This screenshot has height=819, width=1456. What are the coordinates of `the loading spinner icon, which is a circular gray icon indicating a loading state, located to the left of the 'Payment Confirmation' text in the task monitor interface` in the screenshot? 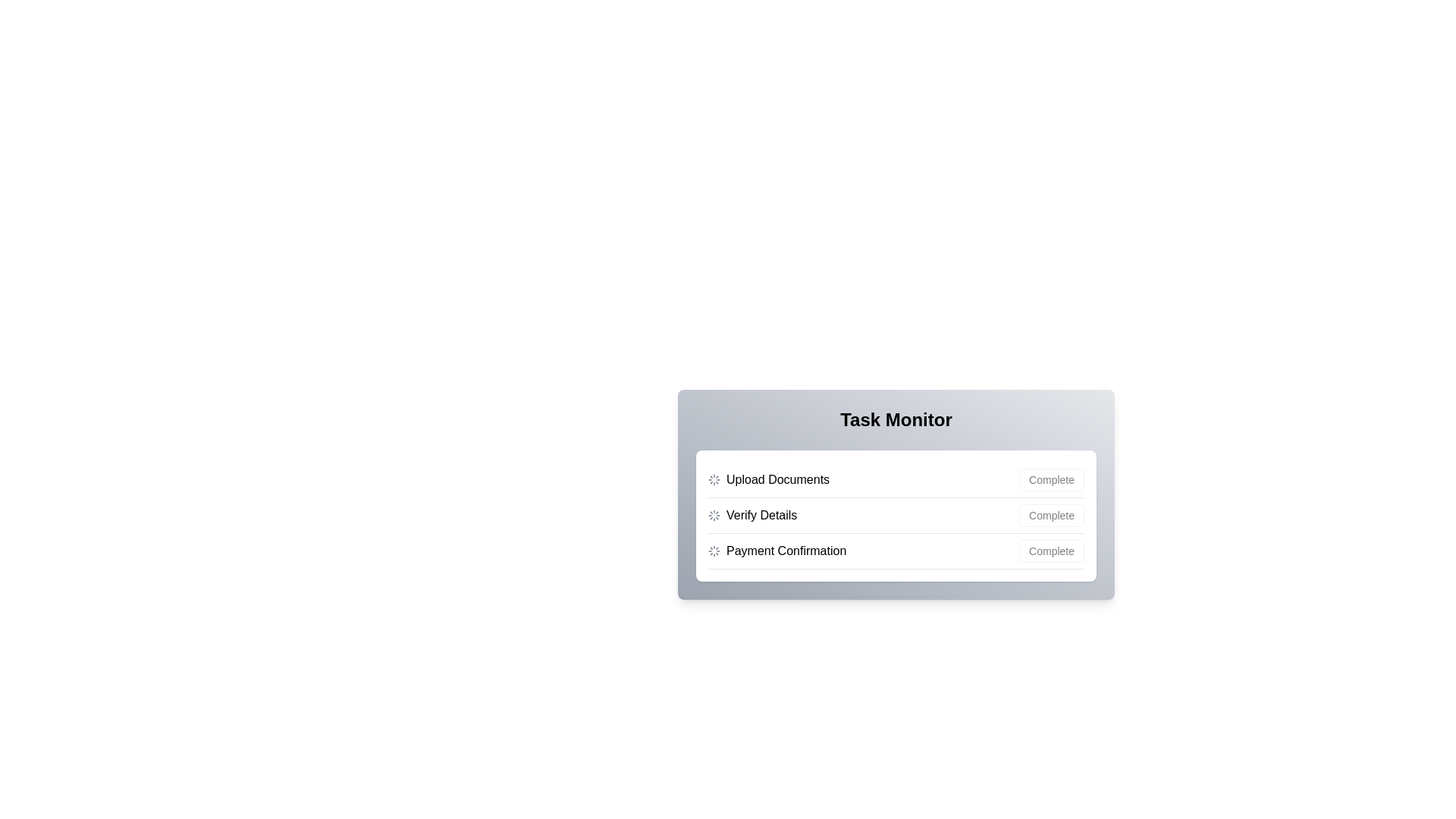 It's located at (713, 551).